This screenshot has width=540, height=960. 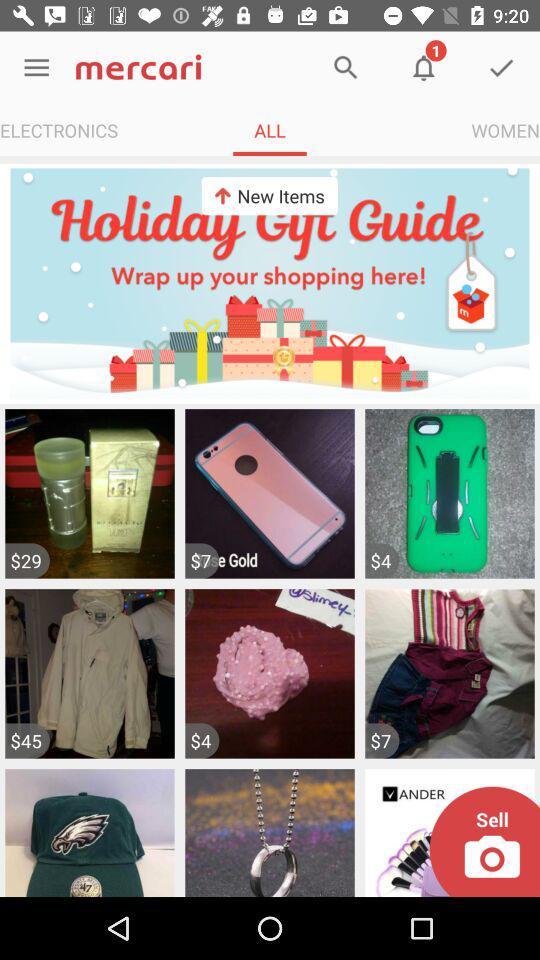 What do you see at coordinates (483, 840) in the screenshot?
I see `take picture` at bounding box center [483, 840].